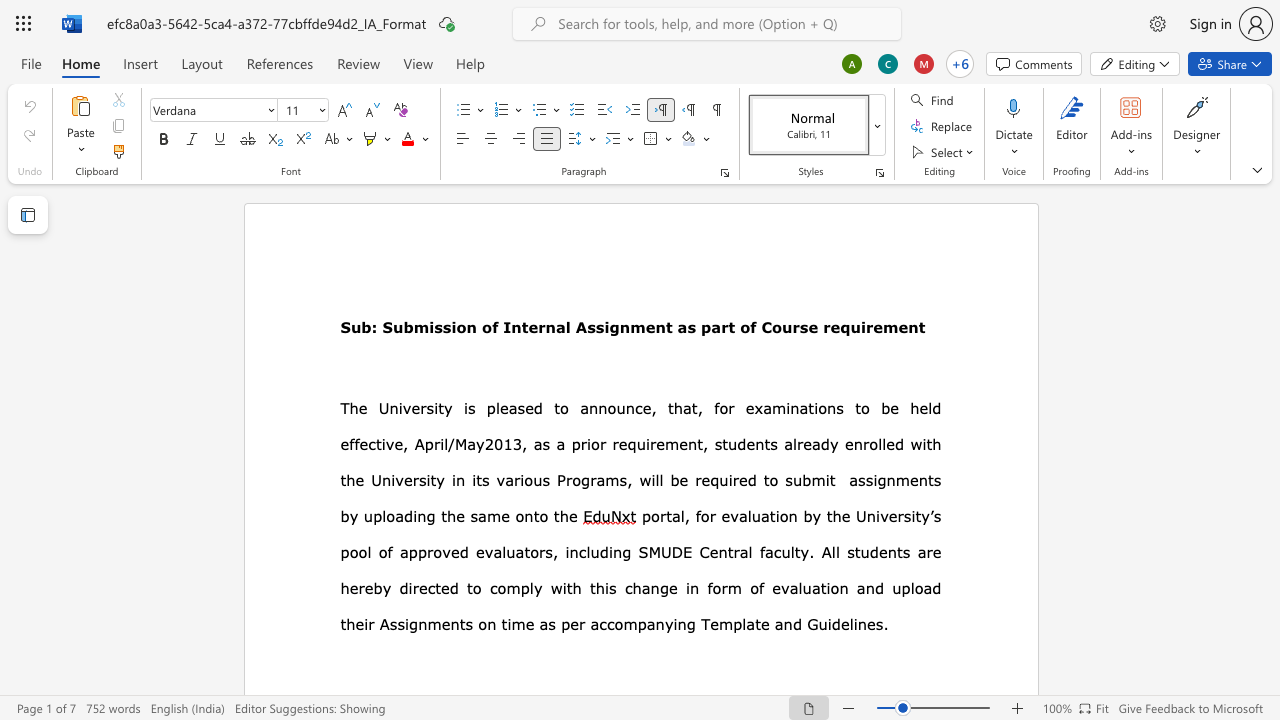 Image resolution: width=1280 pixels, height=720 pixels. What do you see at coordinates (540, 515) in the screenshot?
I see `the space between the continuous character "t" and "o" in the text` at bounding box center [540, 515].